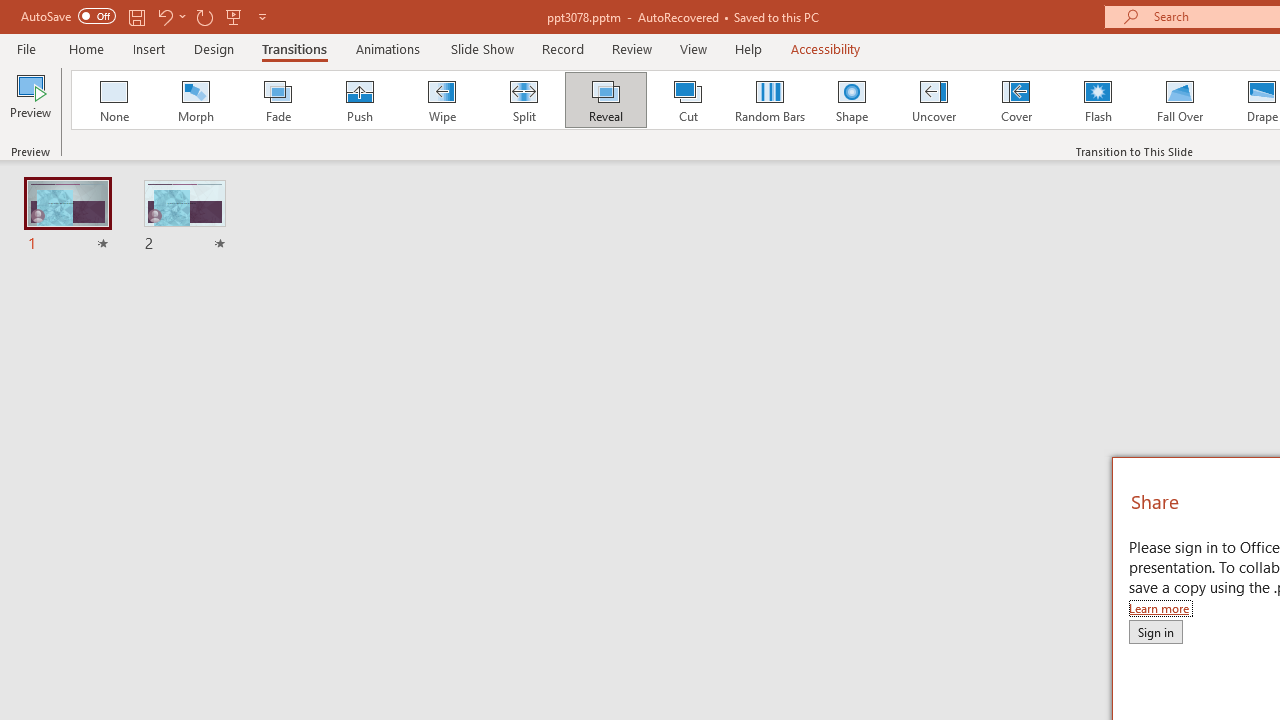 This screenshot has width=1280, height=720. What do you see at coordinates (359, 100) in the screenshot?
I see `'Push'` at bounding box center [359, 100].